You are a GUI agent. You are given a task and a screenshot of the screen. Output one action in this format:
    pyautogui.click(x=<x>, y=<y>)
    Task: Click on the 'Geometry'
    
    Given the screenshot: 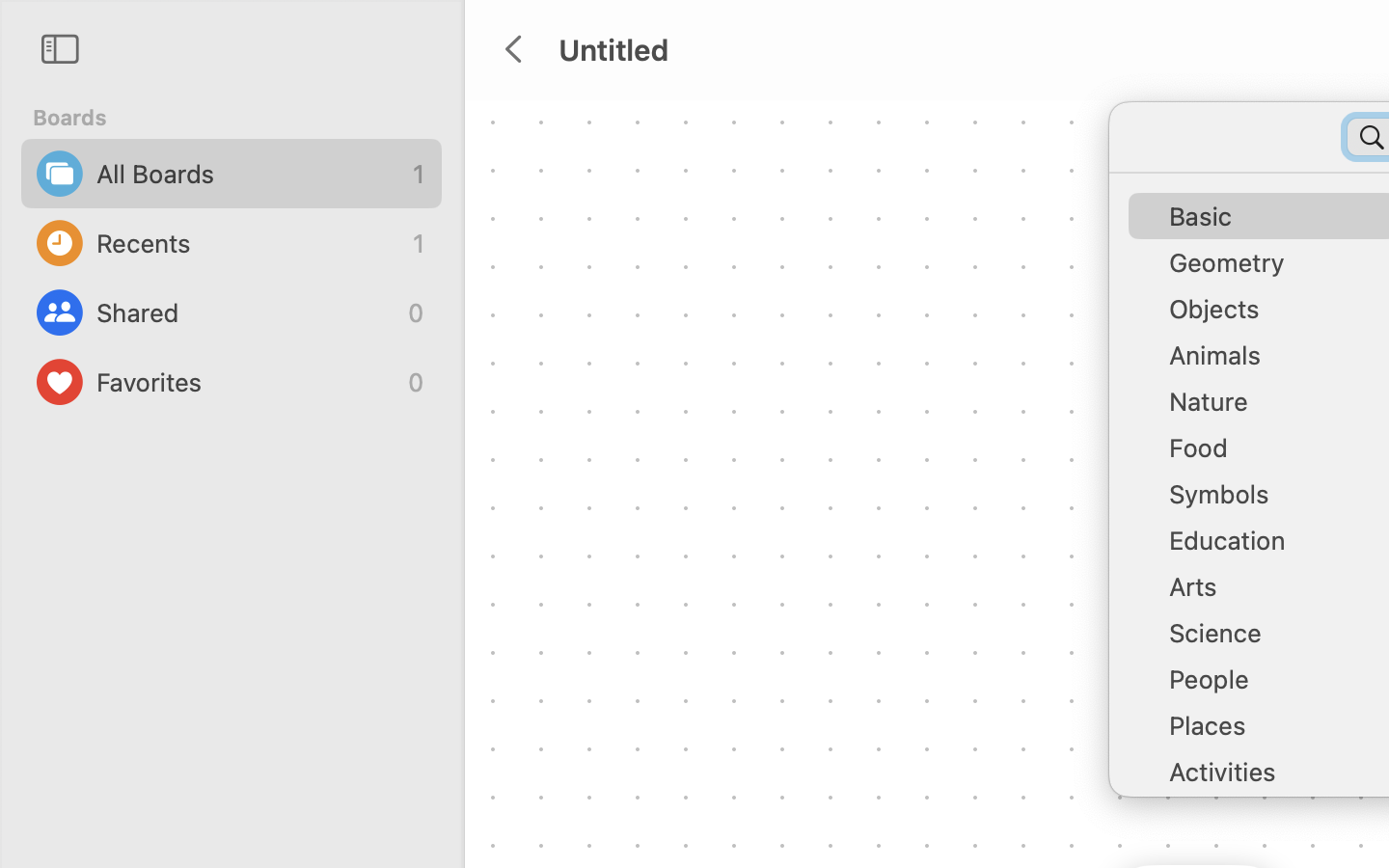 What is the action you would take?
    pyautogui.click(x=1273, y=268)
    